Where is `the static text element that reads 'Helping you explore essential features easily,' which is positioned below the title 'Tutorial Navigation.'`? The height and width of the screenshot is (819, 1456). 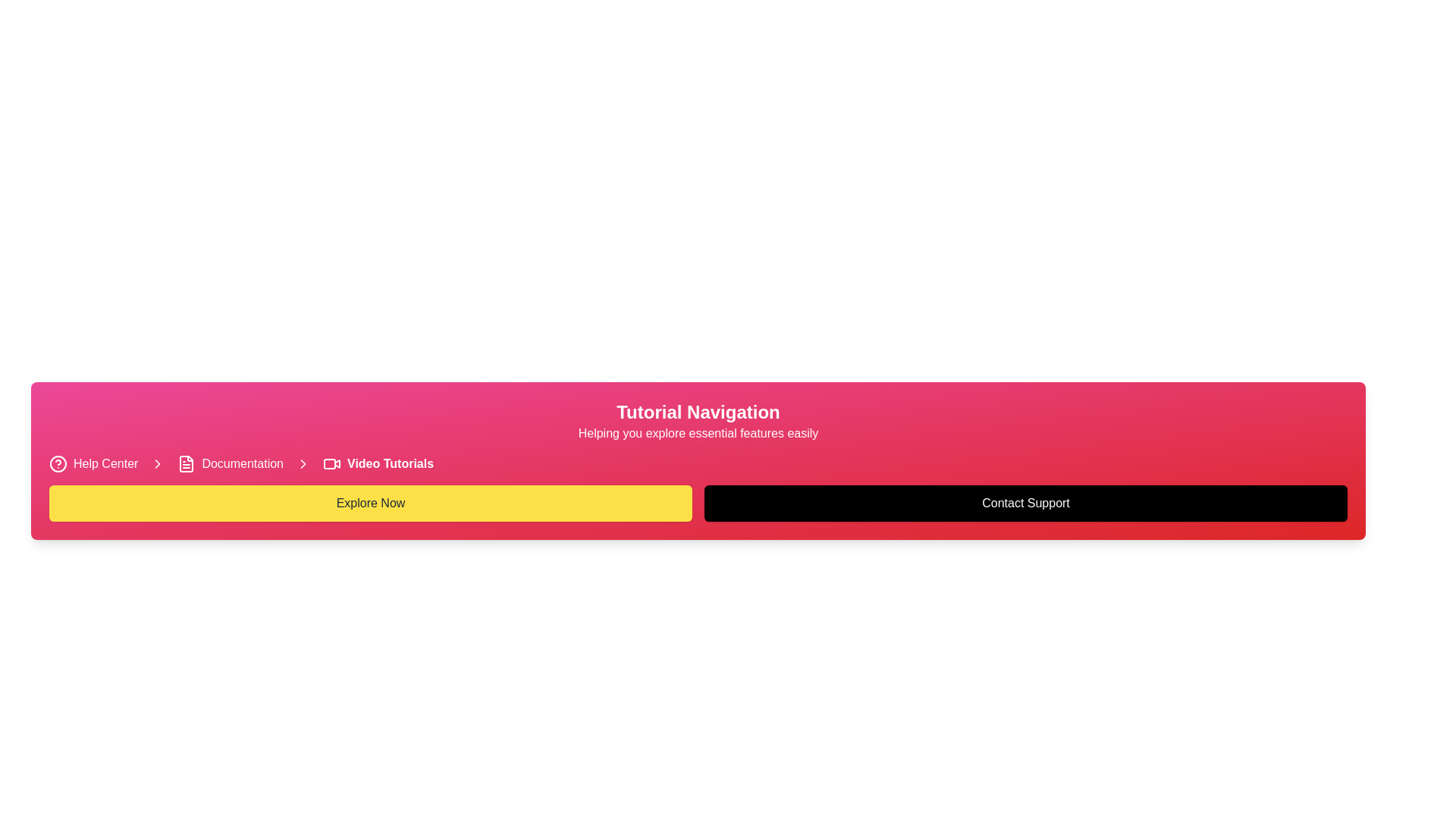 the static text element that reads 'Helping you explore essential features easily,' which is positioned below the title 'Tutorial Navigation.' is located at coordinates (698, 433).